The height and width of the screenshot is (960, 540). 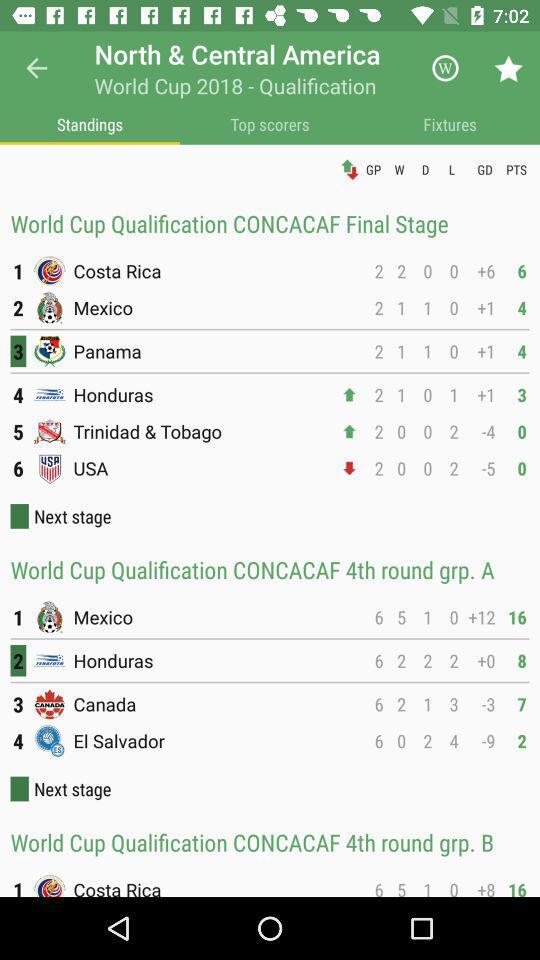 I want to click on item above fixtures app, so click(x=445, y=68).